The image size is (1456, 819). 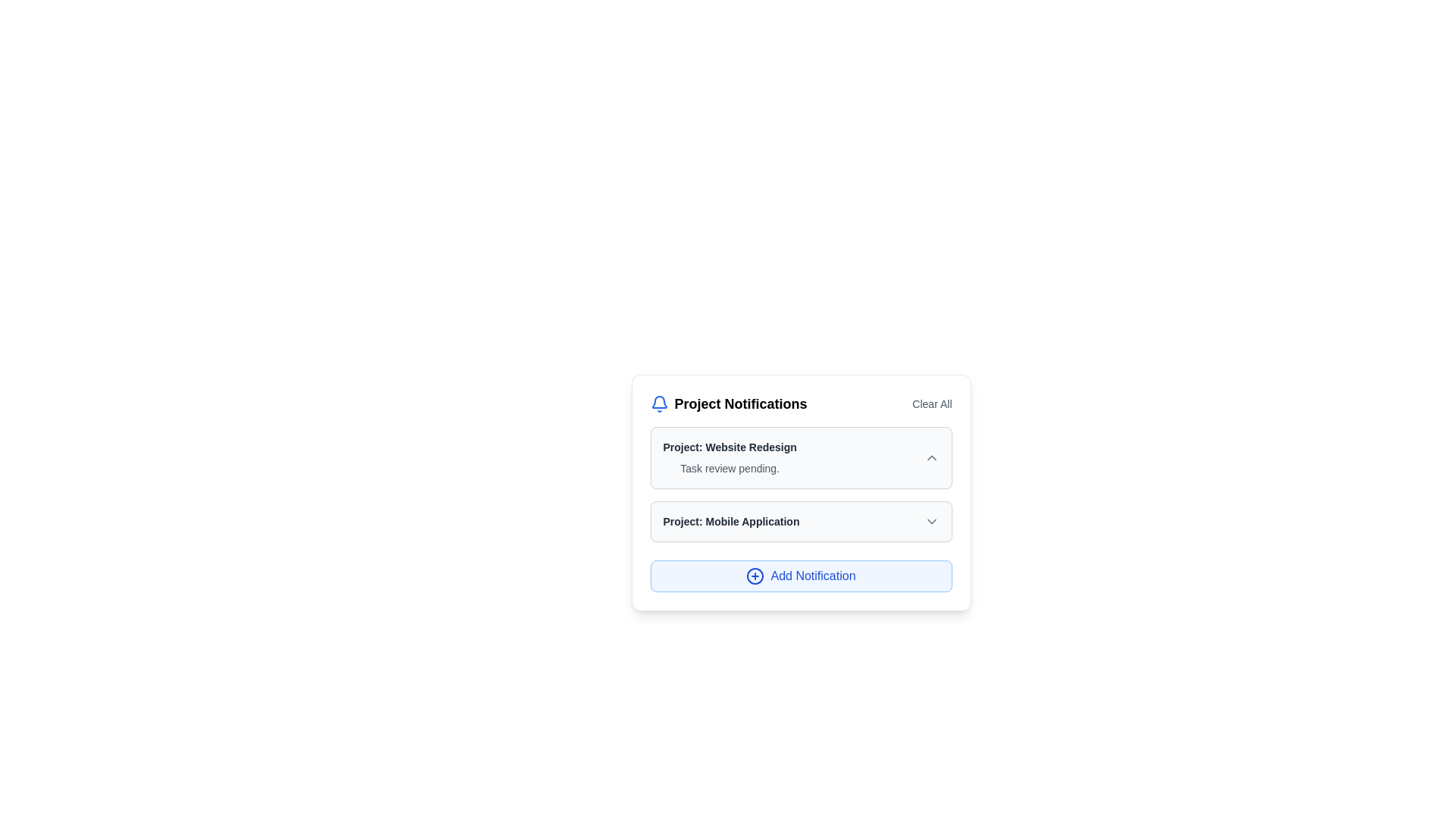 I want to click on the Interactive notification item titled 'Project: Website Redesign', so click(x=800, y=457).